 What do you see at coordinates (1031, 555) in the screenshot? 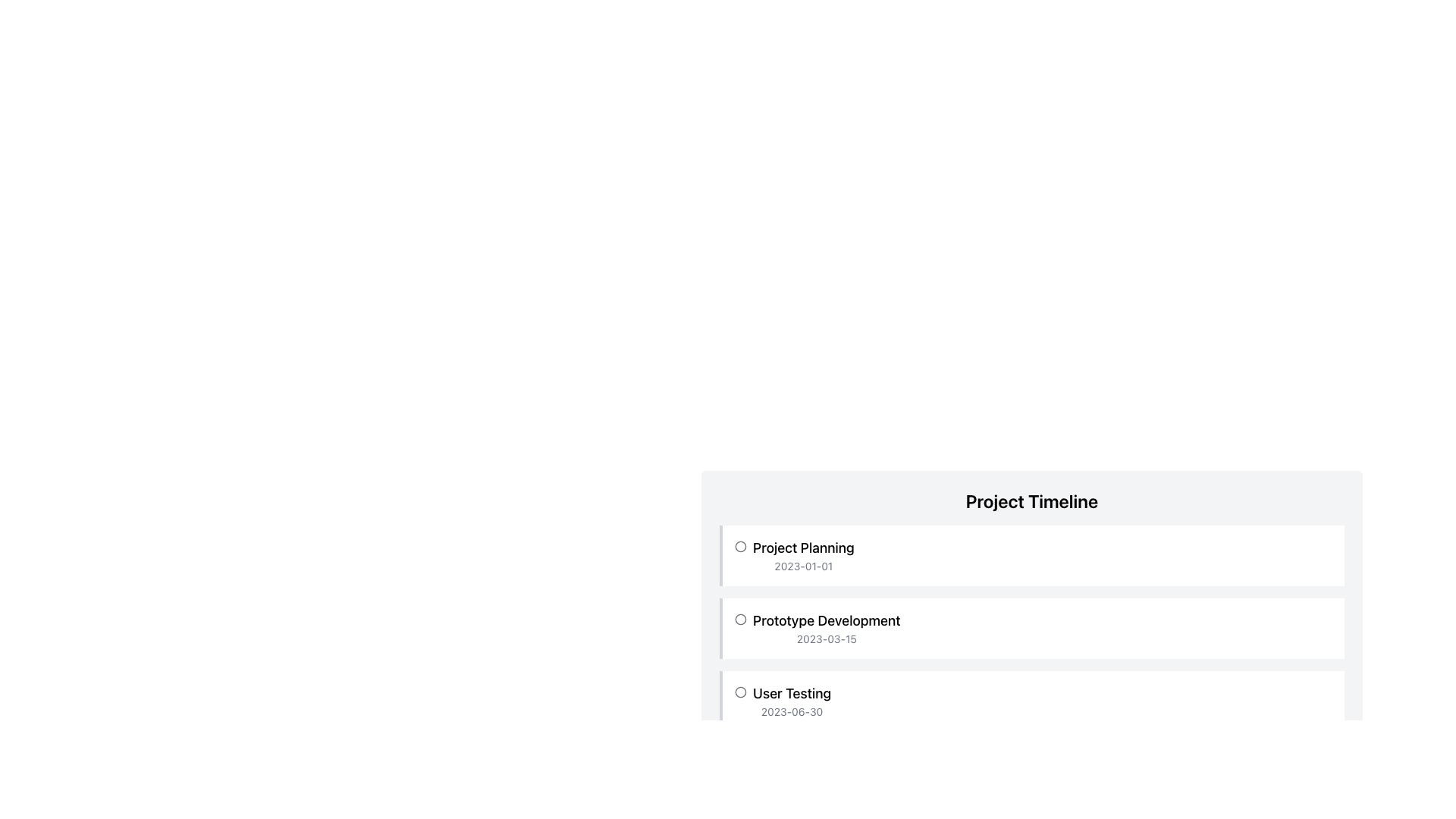
I see `the first list item titled 'Project Planning'` at bounding box center [1031, 555].